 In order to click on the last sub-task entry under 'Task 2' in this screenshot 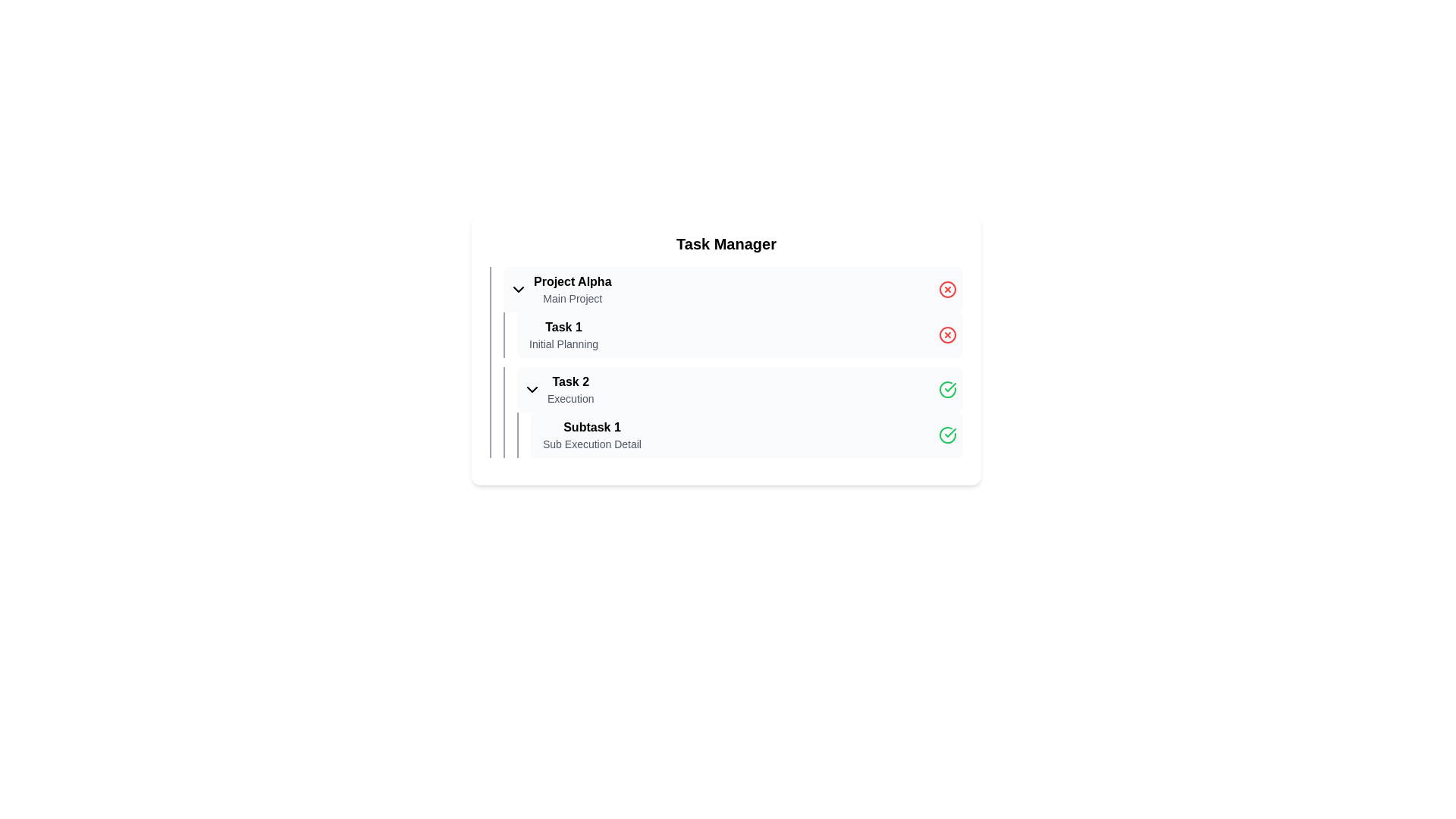, I will do `click(746, 435)`.